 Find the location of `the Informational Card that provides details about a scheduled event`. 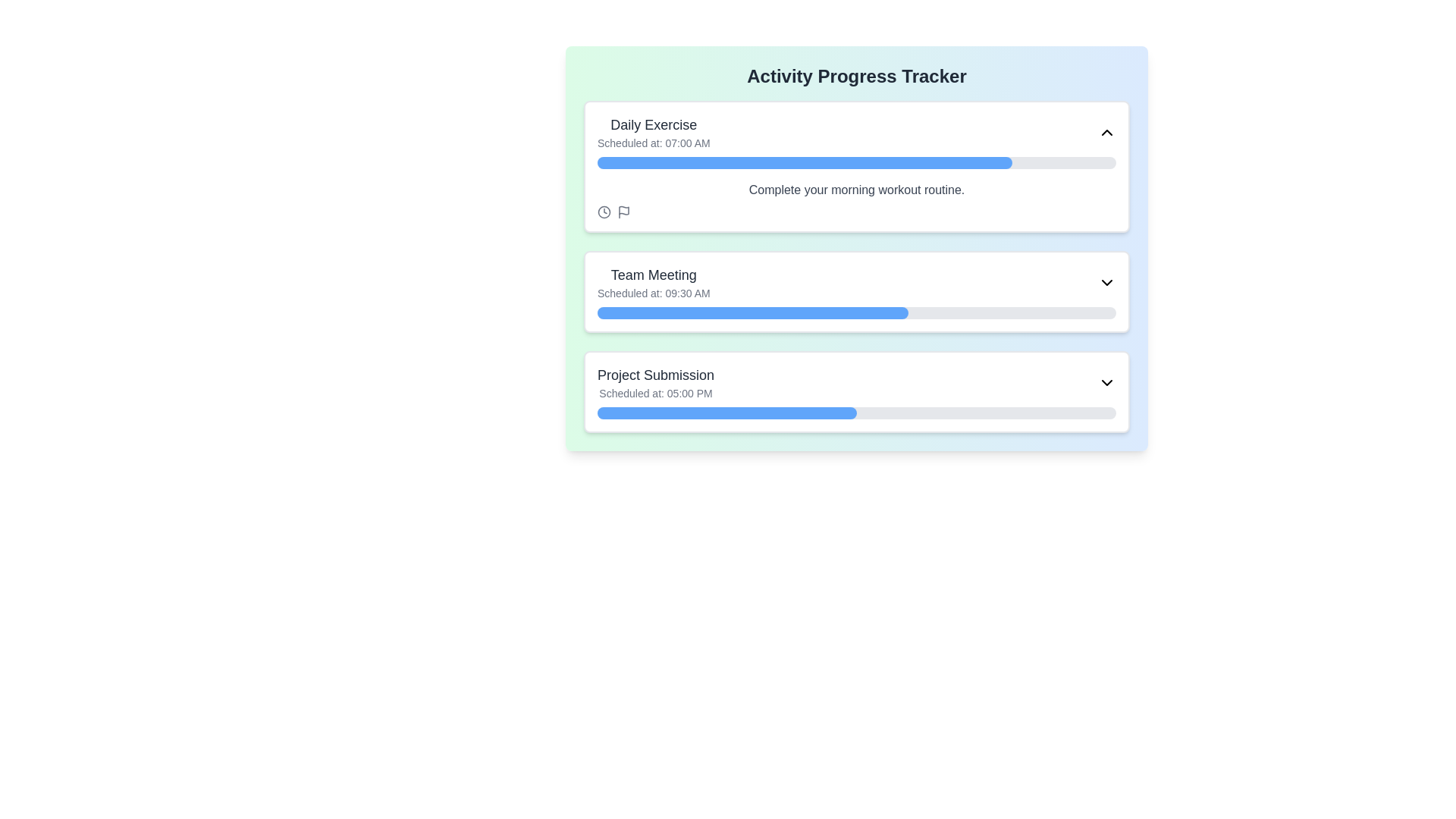

the Informational Card that provides details about a scheduled event is located at coordinates (856, 292).